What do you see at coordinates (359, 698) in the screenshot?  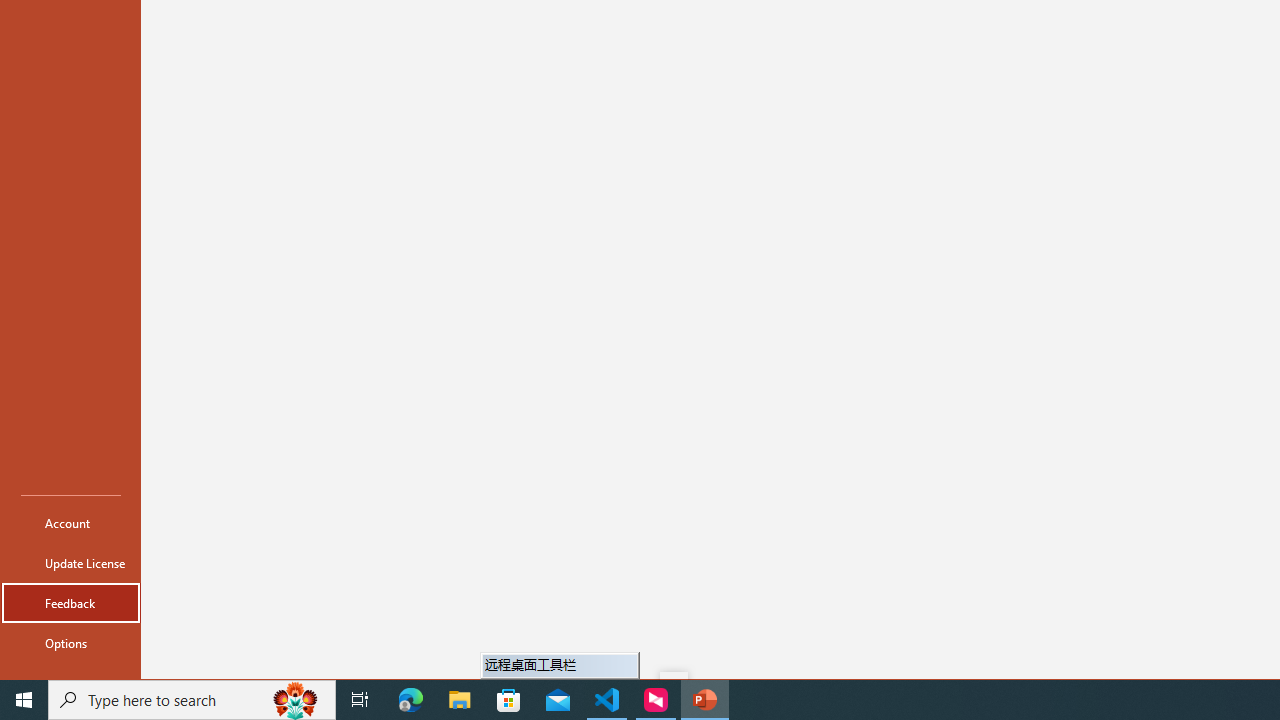 I see `'Task View'` at bounding box center [359, 698].